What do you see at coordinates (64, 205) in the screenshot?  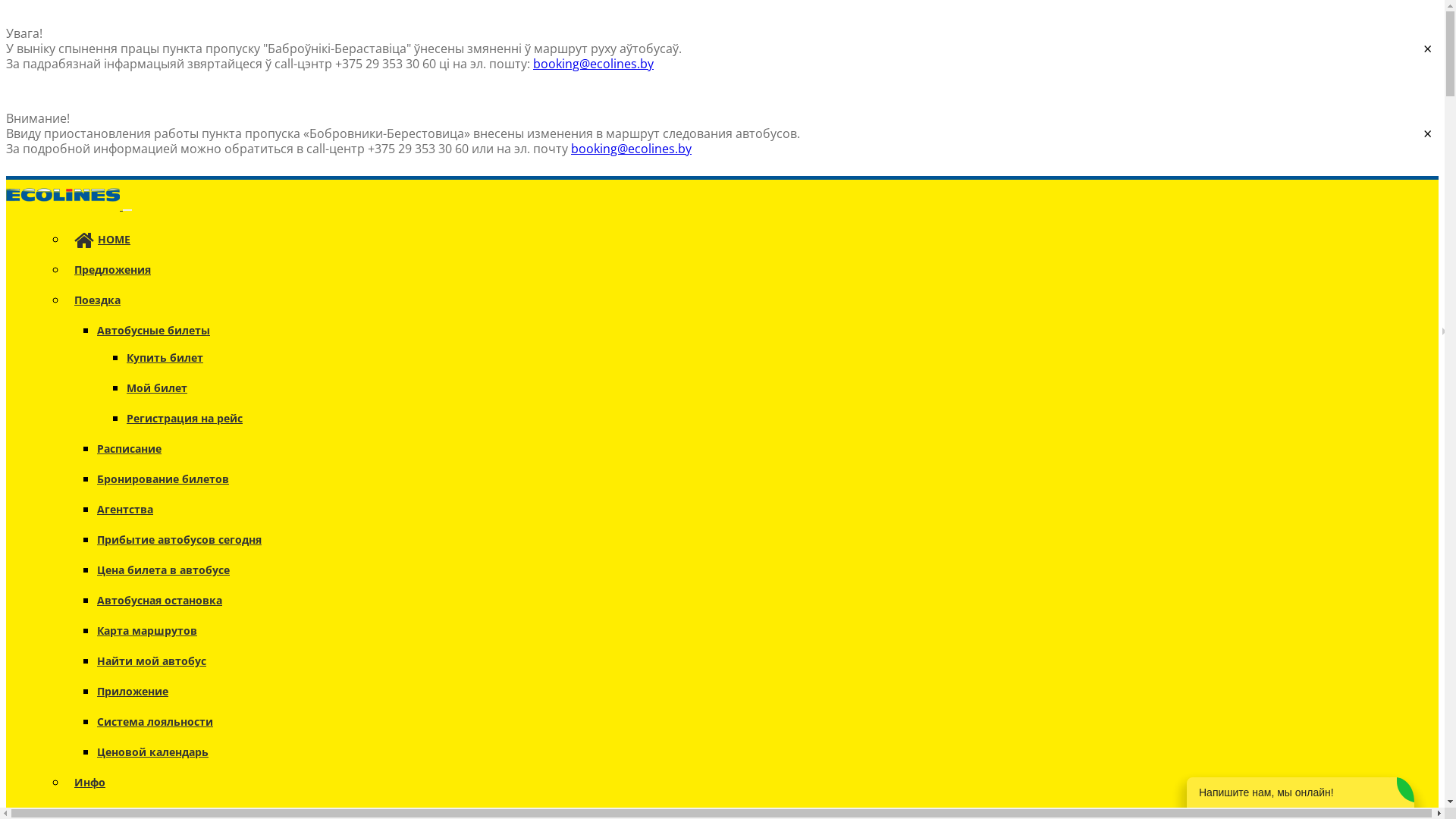 I see `'Home'` at bounding box center [64, 205].